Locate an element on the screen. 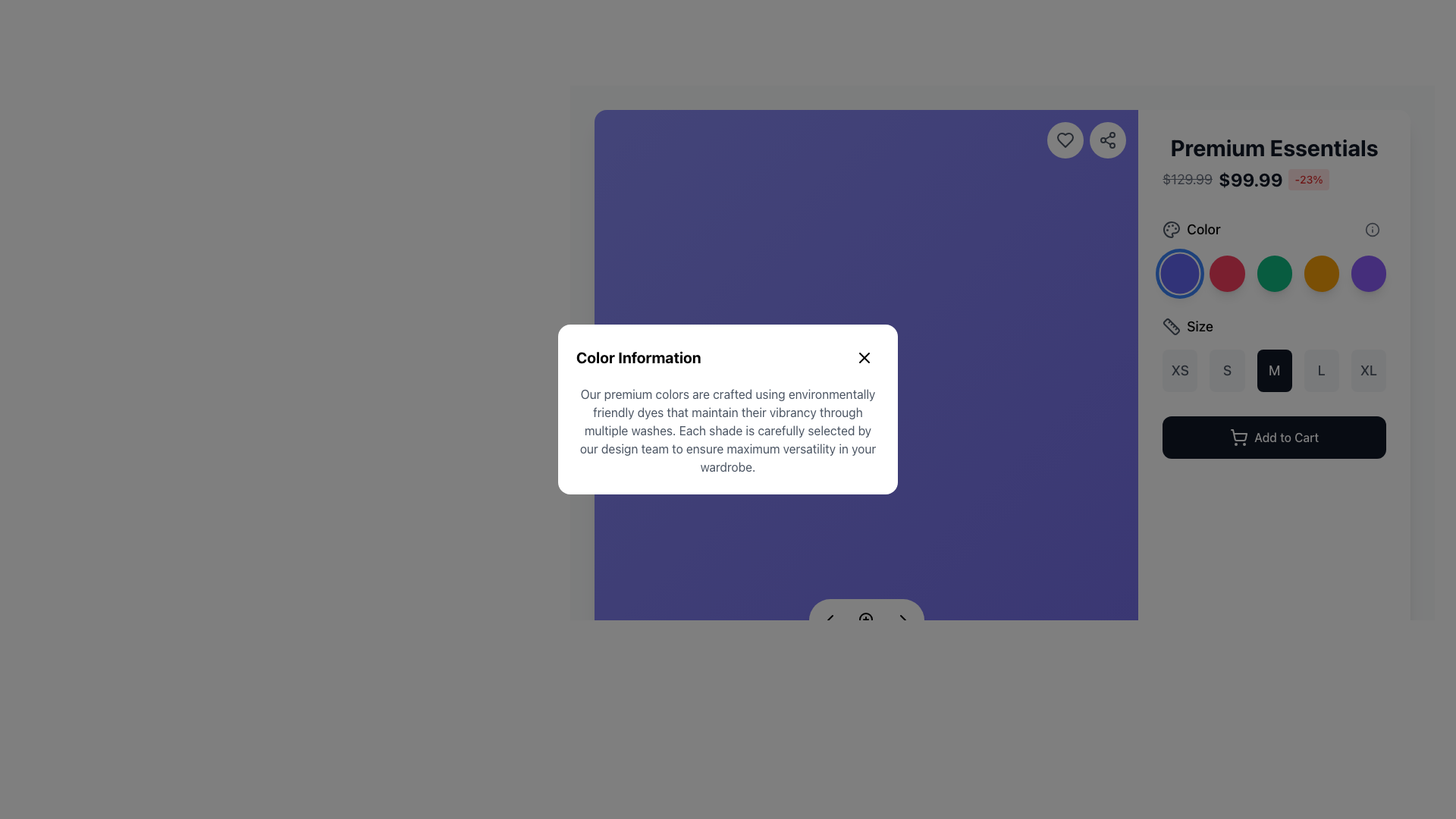 The height and width of the screenshot is (819, 1456). the fourth circular golden color selection button located near the top-right section of the interface is located at coordinates (1320, 274).